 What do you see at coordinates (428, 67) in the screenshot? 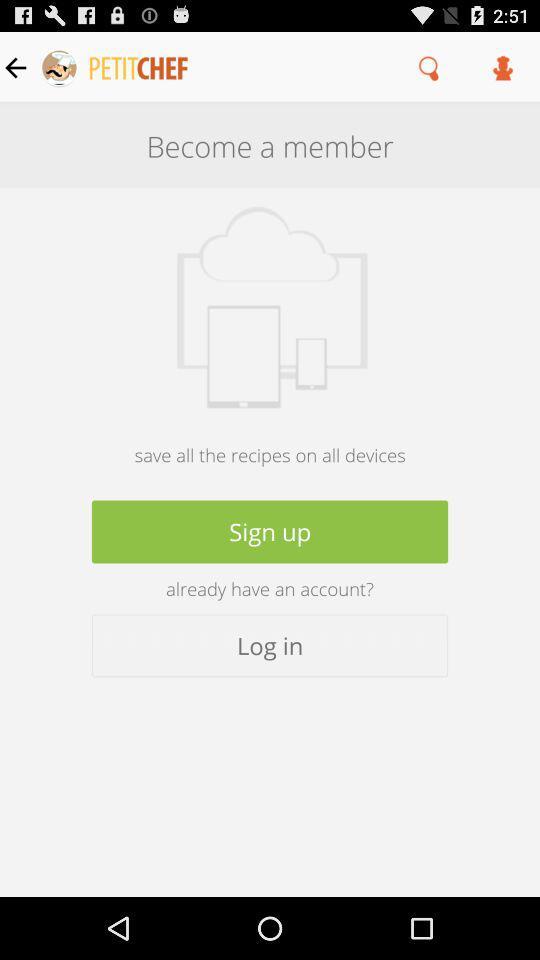
I see `item above the become a member item` at bounding box center [428, 67].